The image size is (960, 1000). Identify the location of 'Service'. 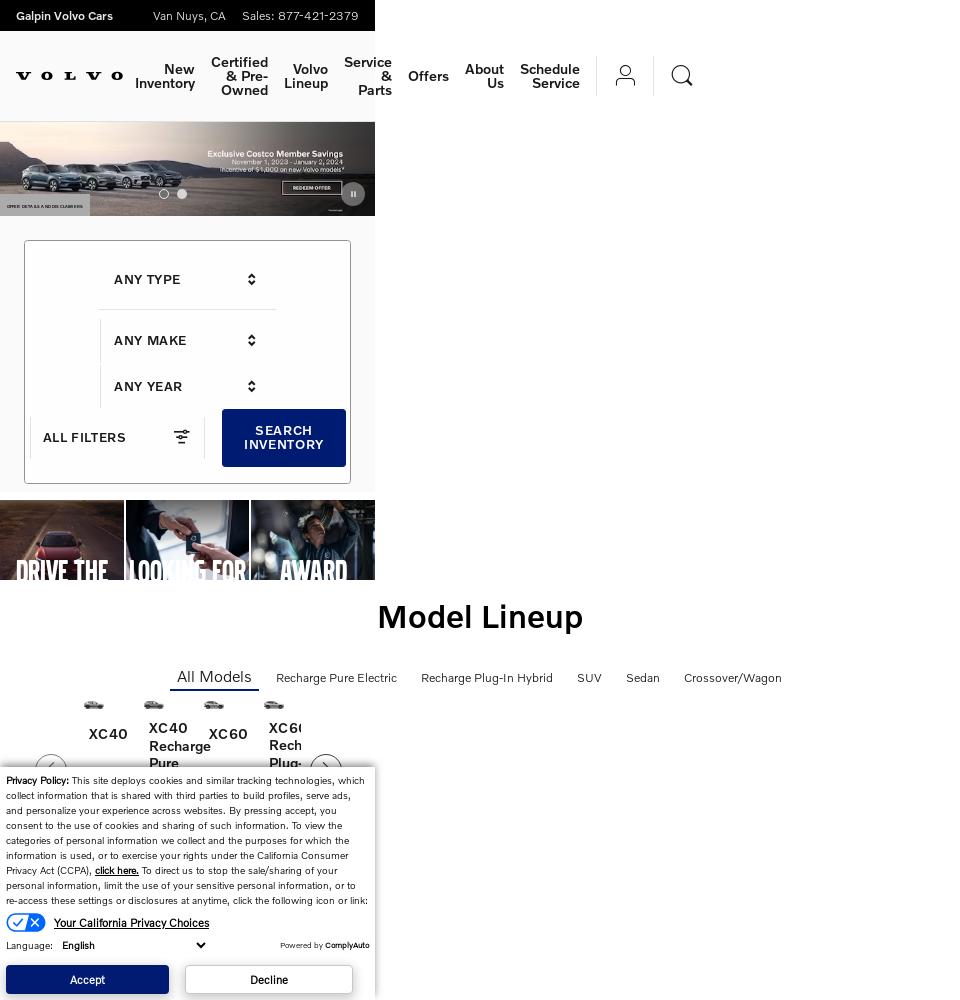
(366, 61).